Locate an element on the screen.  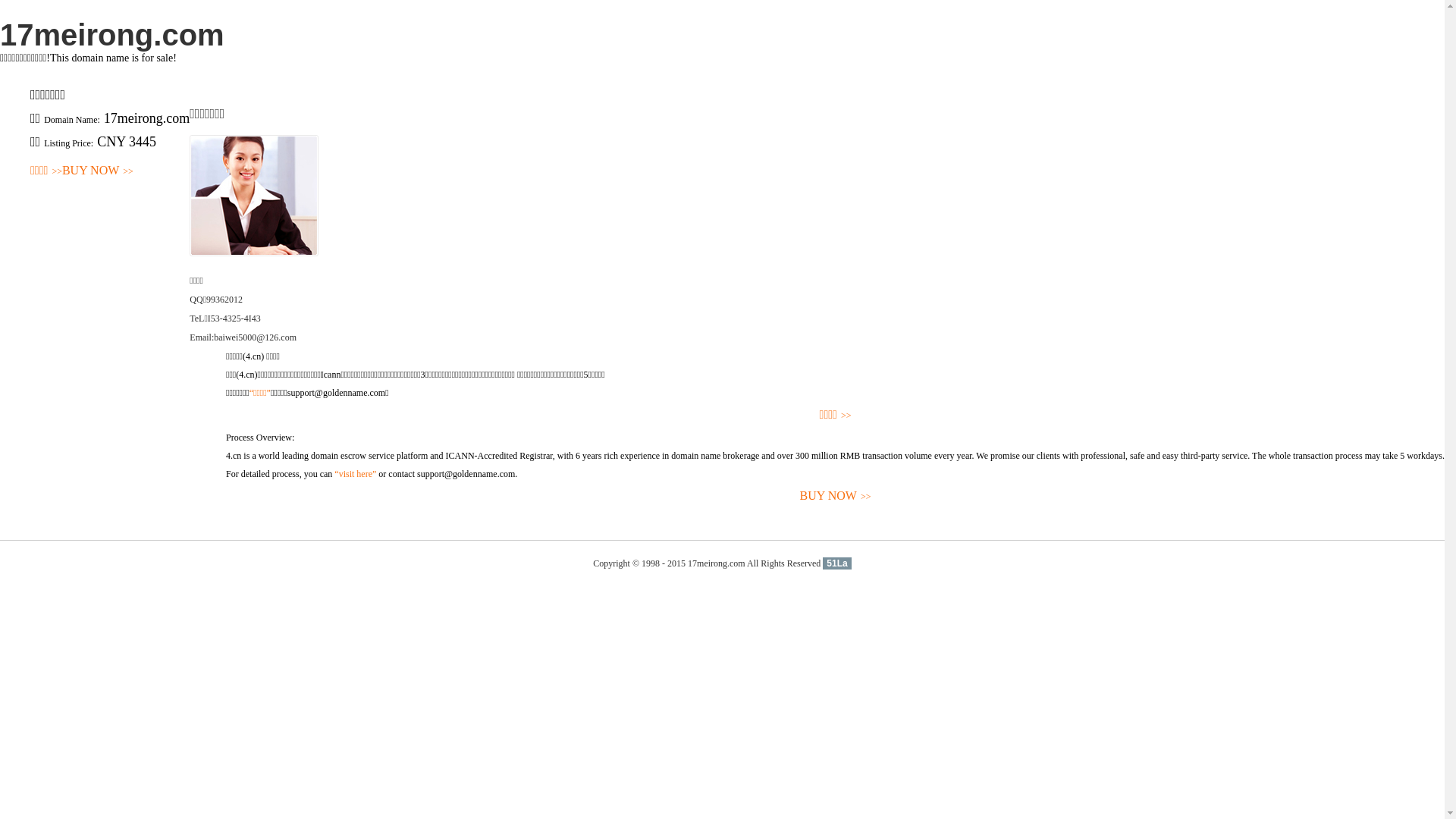
'BUY NOW>>' is located at coordinates (97, 171).